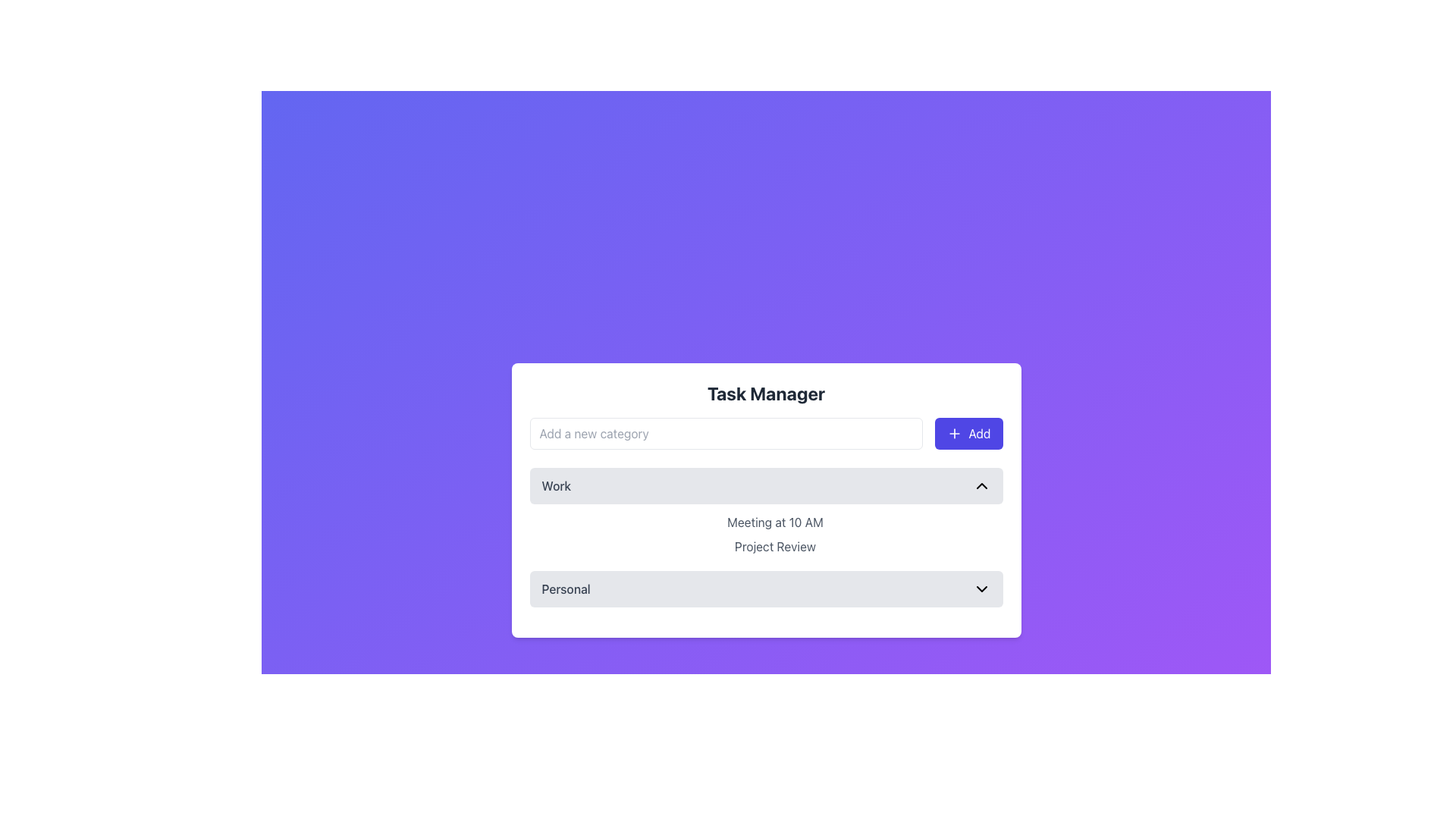  What do you see at coordinates (766, 534) in the screenshot?
I see `the static text displaying 'Meeting at 10 AM' and 'Project Review' located under the 'Work' section in the task manager interface` at bounding box center [766, 534].